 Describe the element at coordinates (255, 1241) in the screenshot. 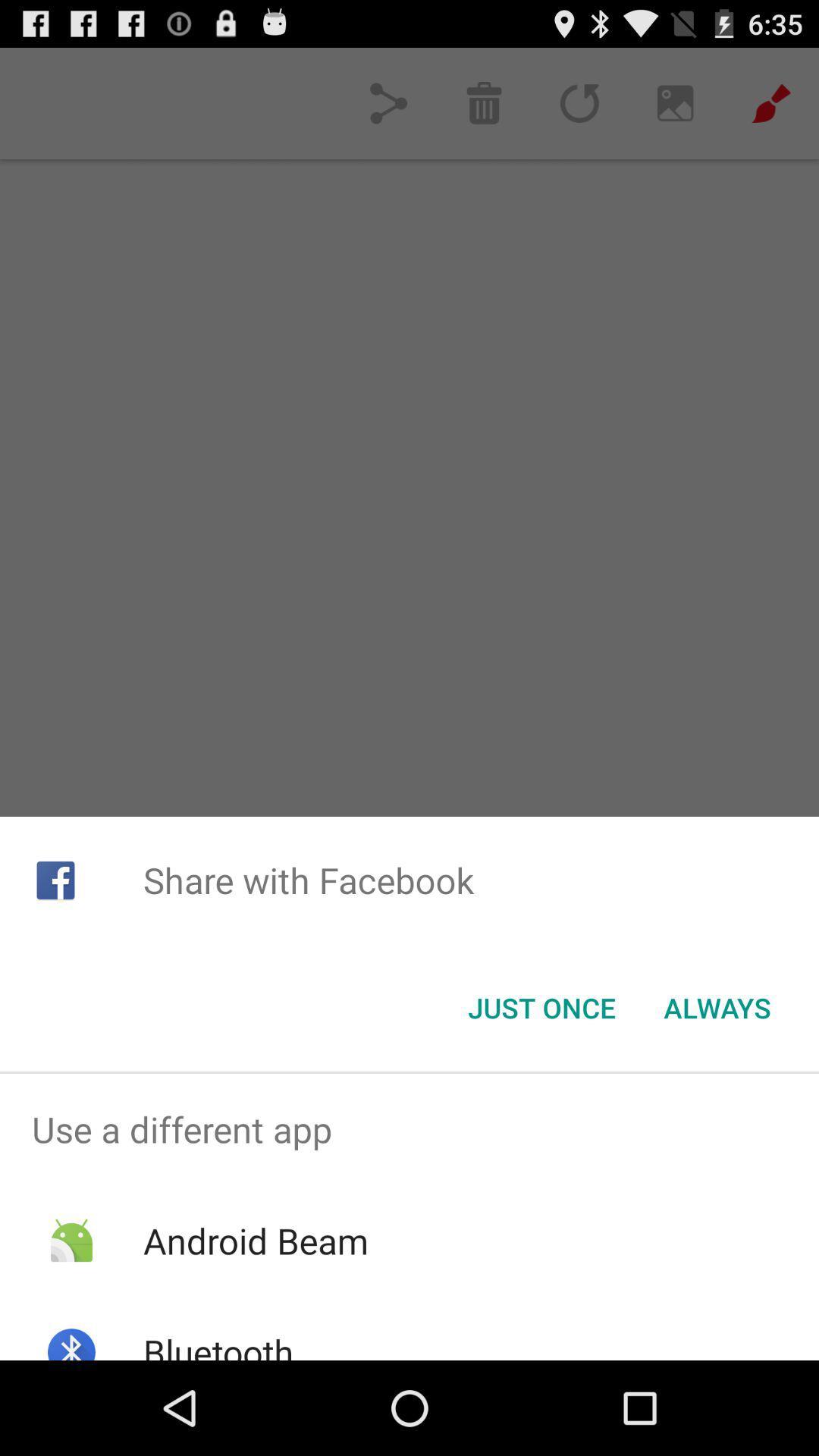

I see `app above bluetooth app` at that location.